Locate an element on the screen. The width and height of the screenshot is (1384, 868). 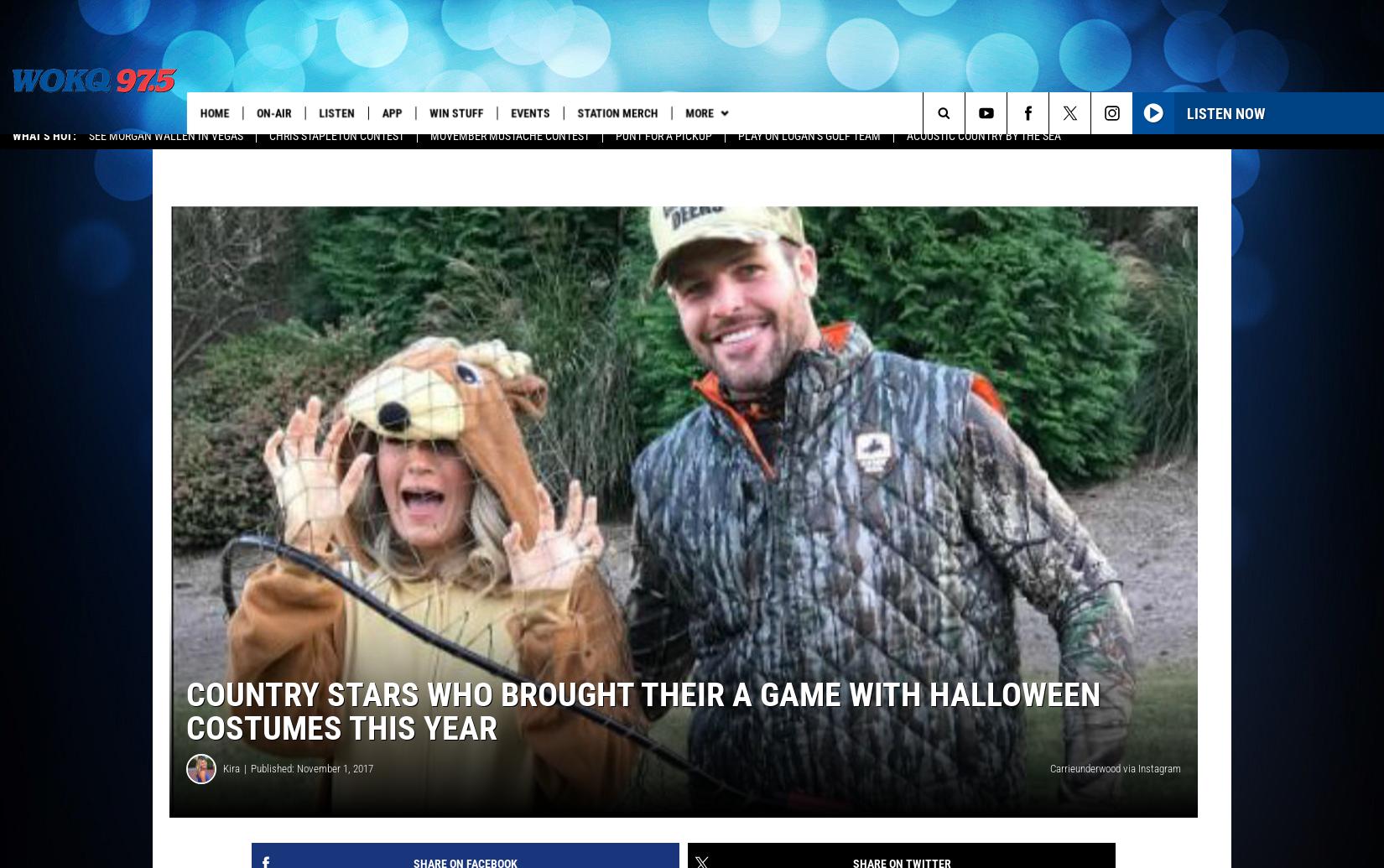
'Win Stuff' is located at coordinates (433, 112).